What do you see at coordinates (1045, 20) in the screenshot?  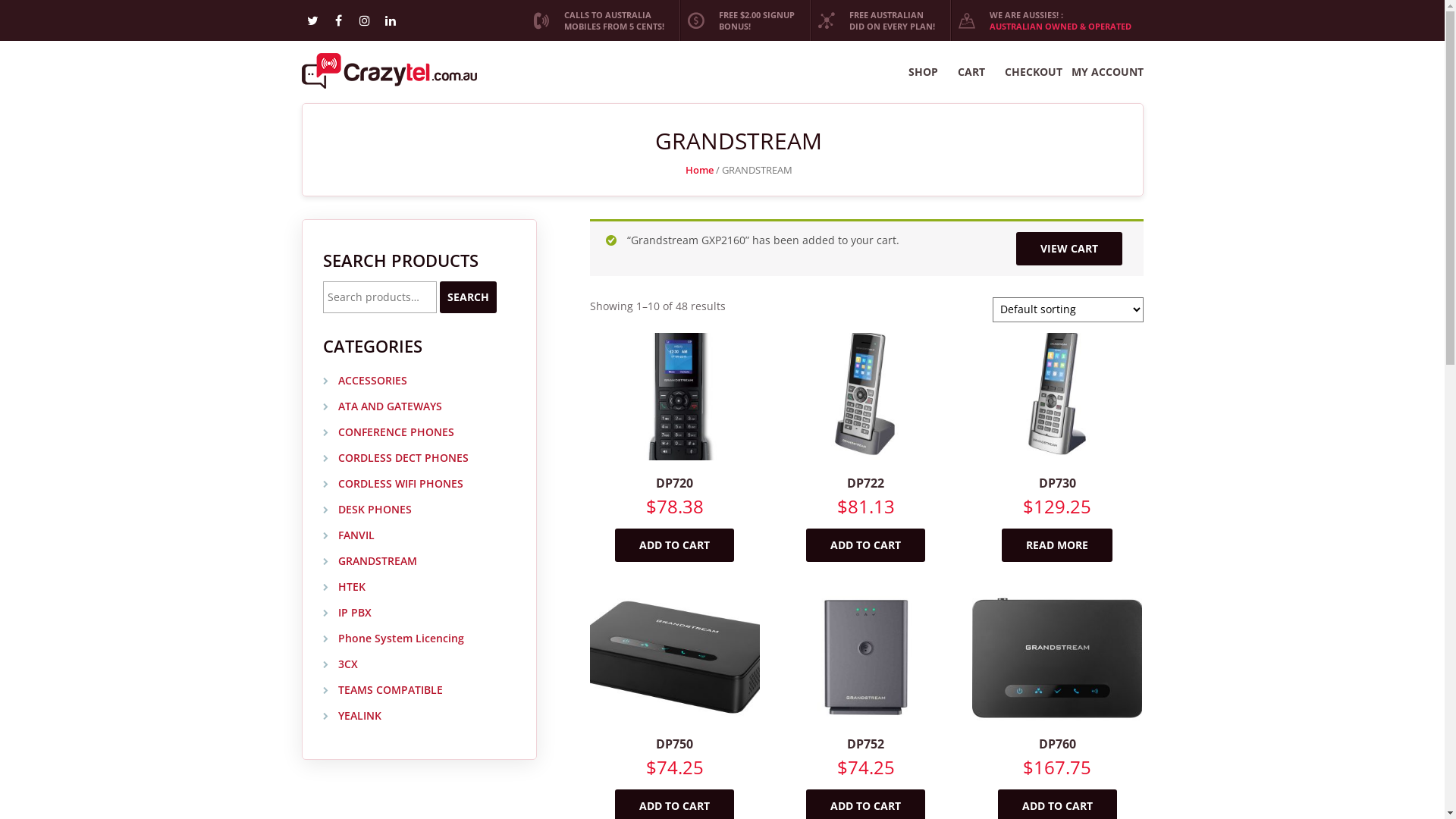 I see `'WE ARE AUSSIES! :` at bounding box center [1045, 20].